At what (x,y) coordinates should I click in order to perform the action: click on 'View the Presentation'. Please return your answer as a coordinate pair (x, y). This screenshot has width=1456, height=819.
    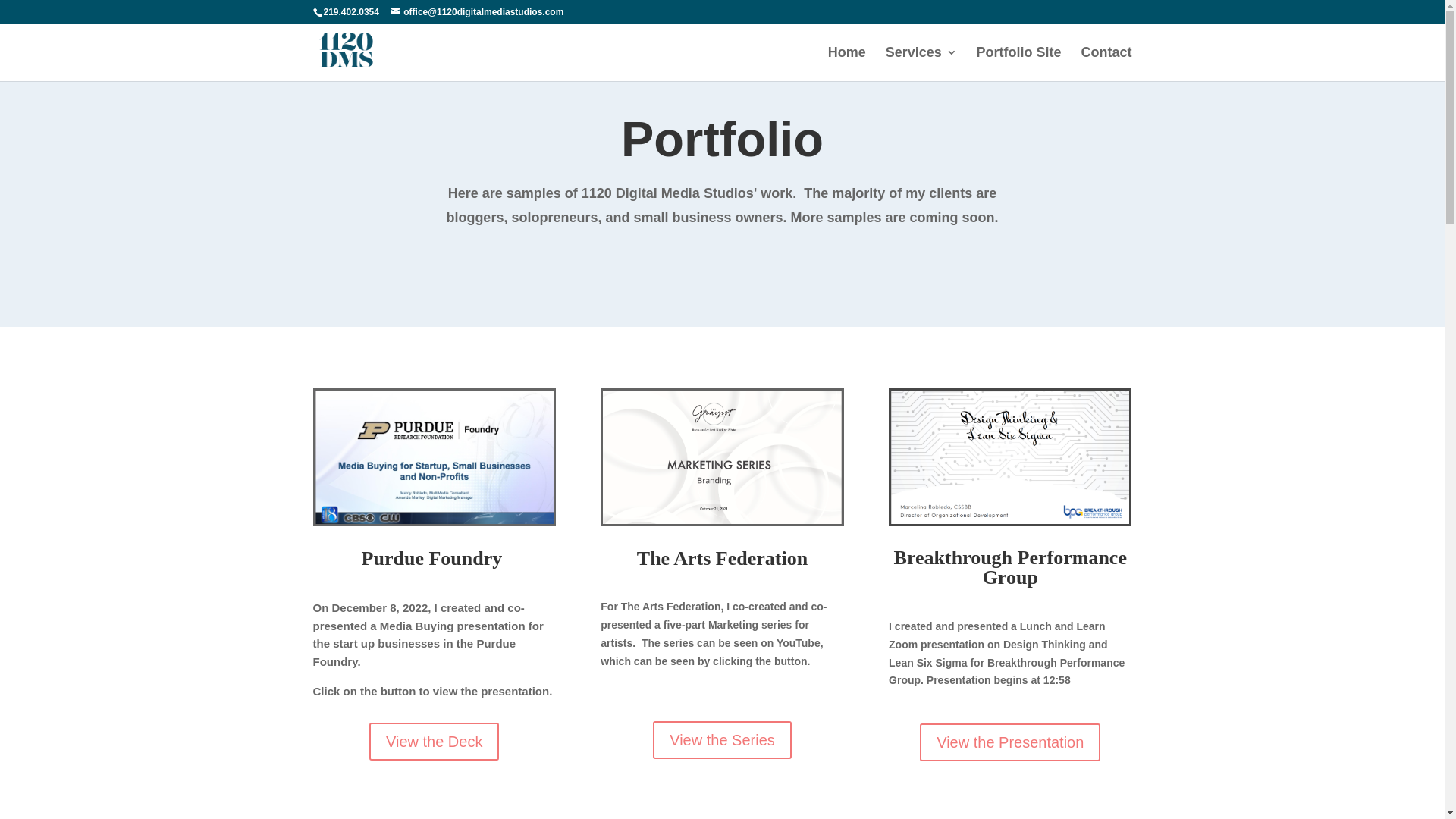
    Looking at the image, I should click on (919, 742).